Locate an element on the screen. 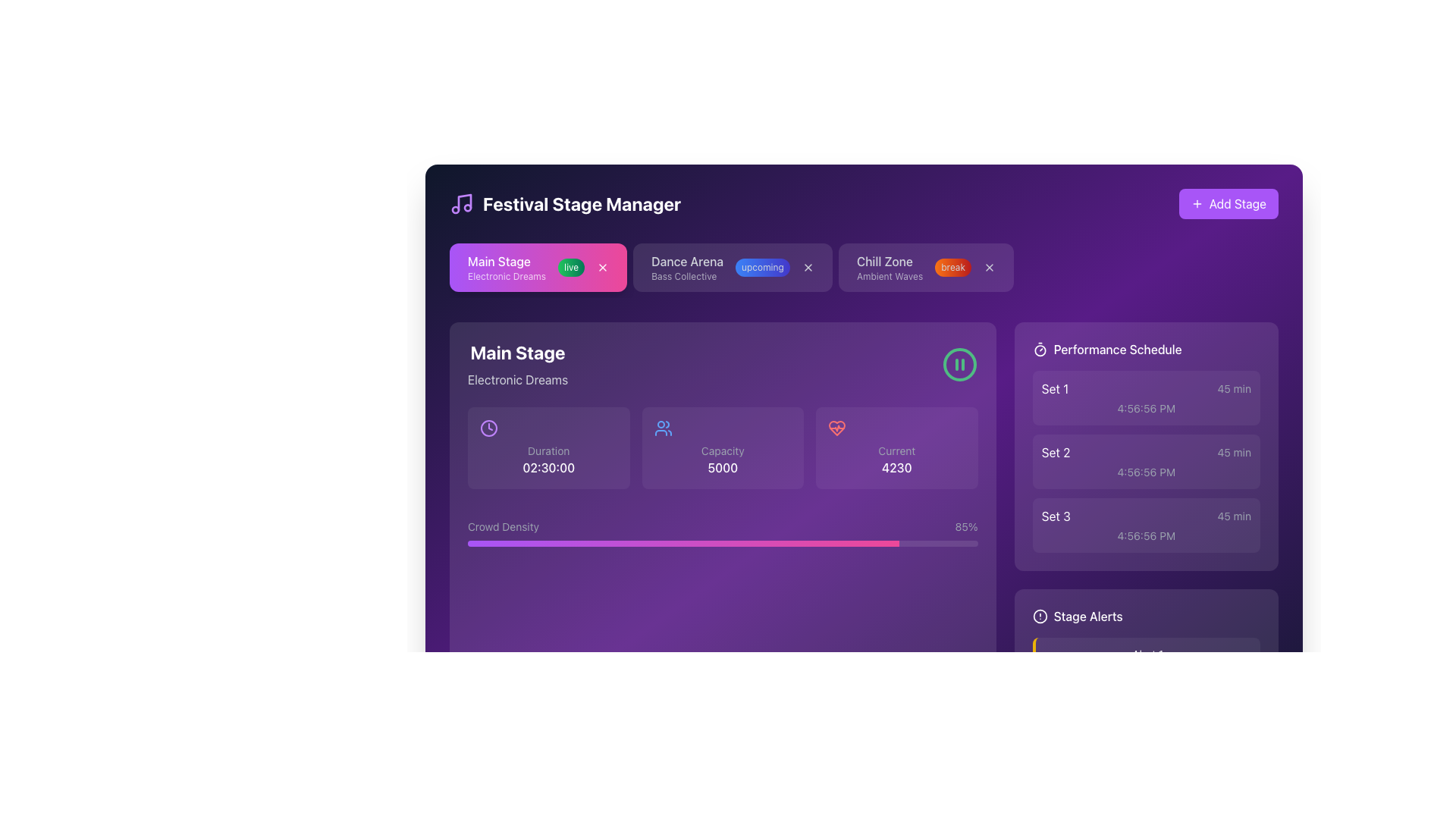 This screenshot has width=1456, height=819. the text label displaying '02:30:00' which indicates the duration in a purple section of the interface is located at coordinates (548, 467).